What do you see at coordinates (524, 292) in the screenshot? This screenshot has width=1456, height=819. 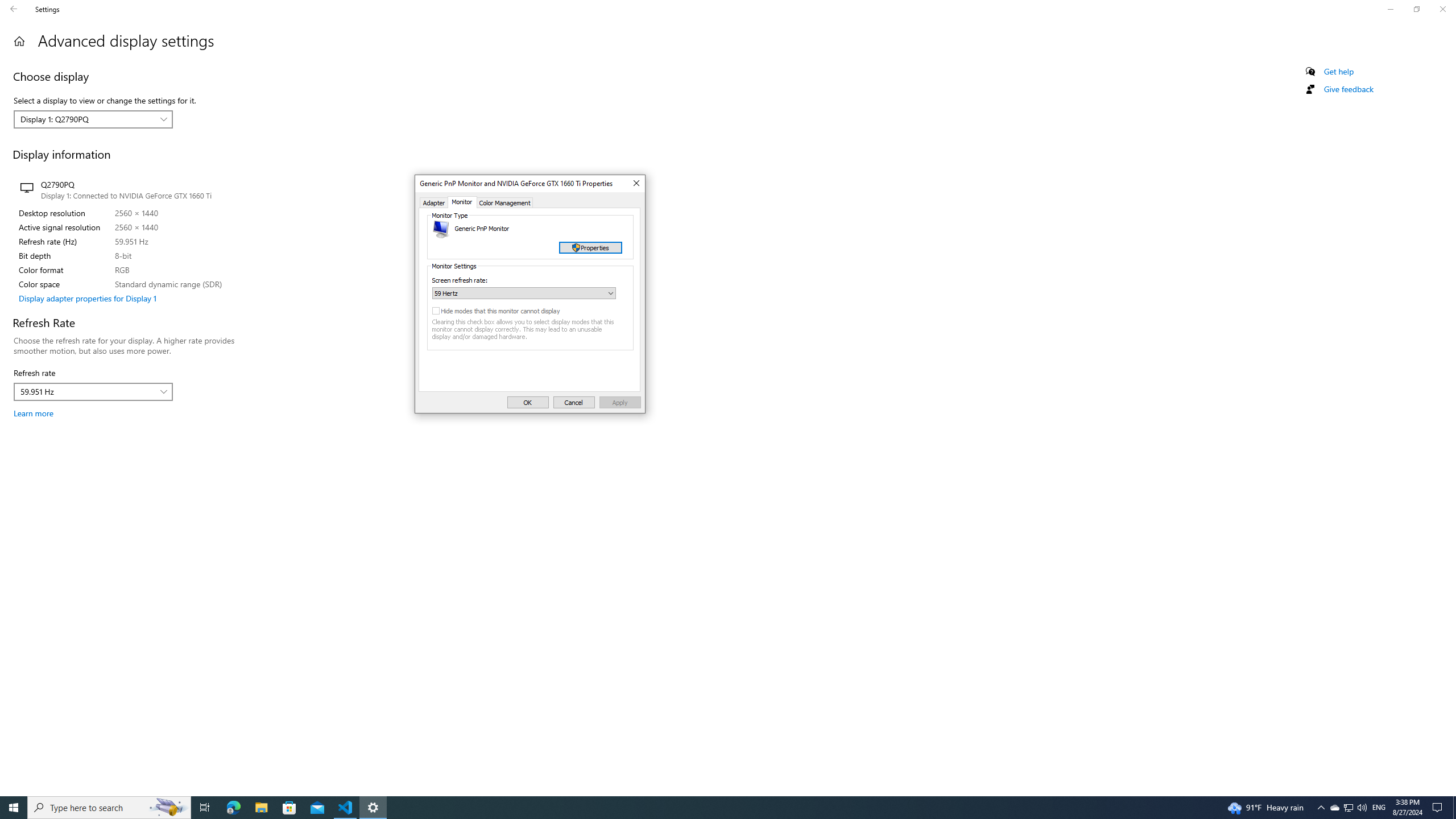 I see `'Screen refresh rate:'` at bounding box center [524, 292].